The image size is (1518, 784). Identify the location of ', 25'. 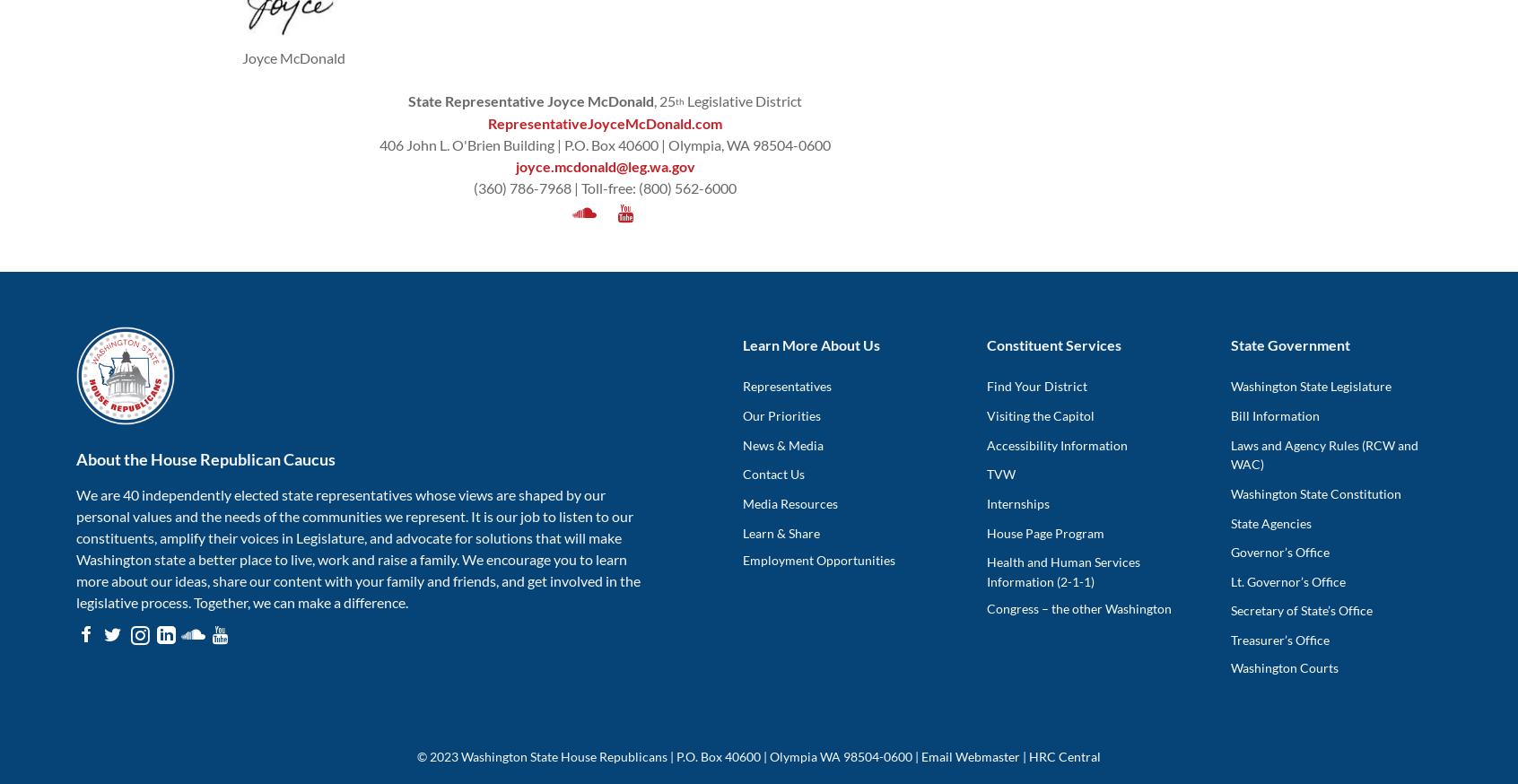
(663, 100).